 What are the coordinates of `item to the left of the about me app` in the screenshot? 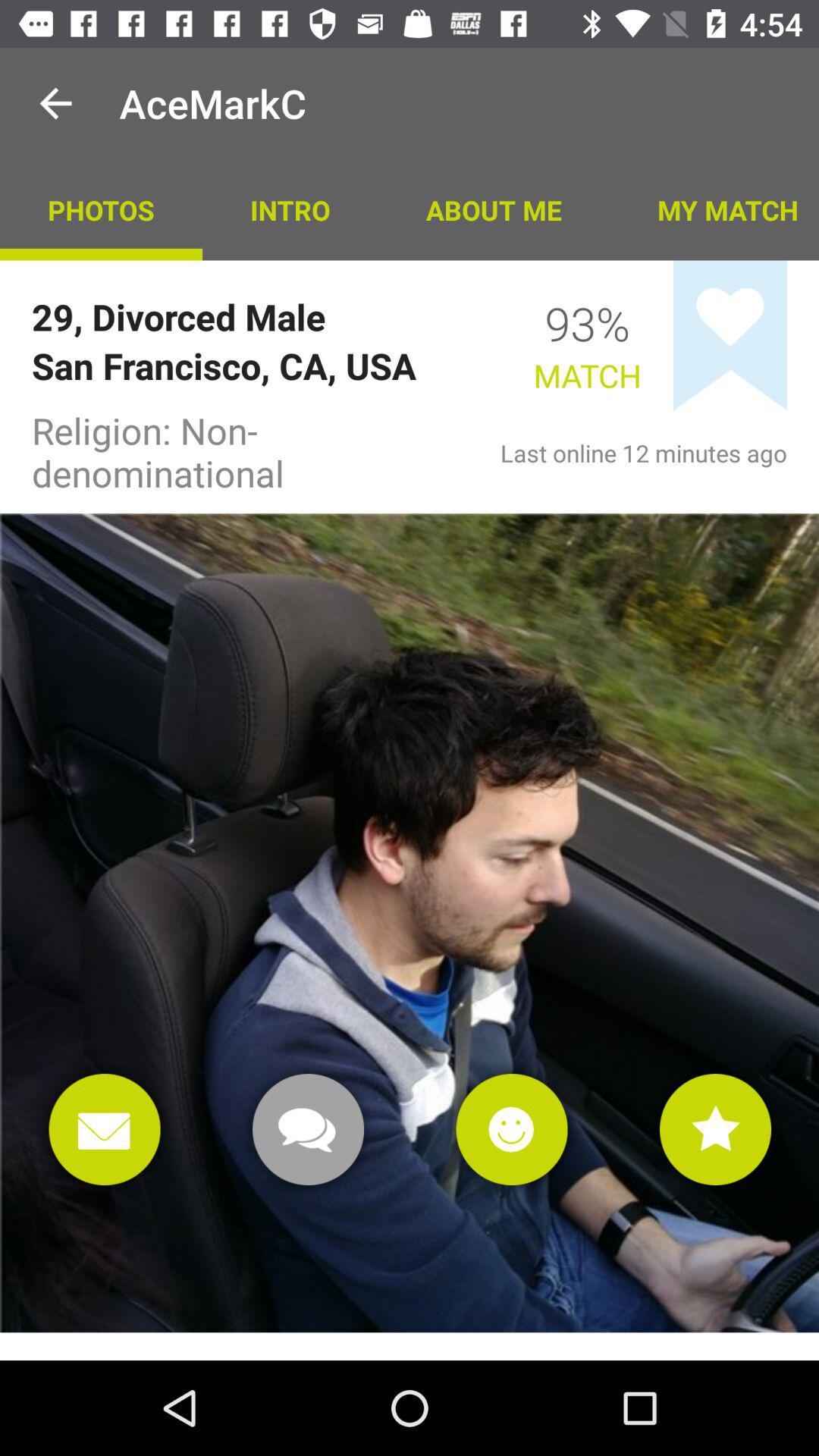 It's located at (290, 209).